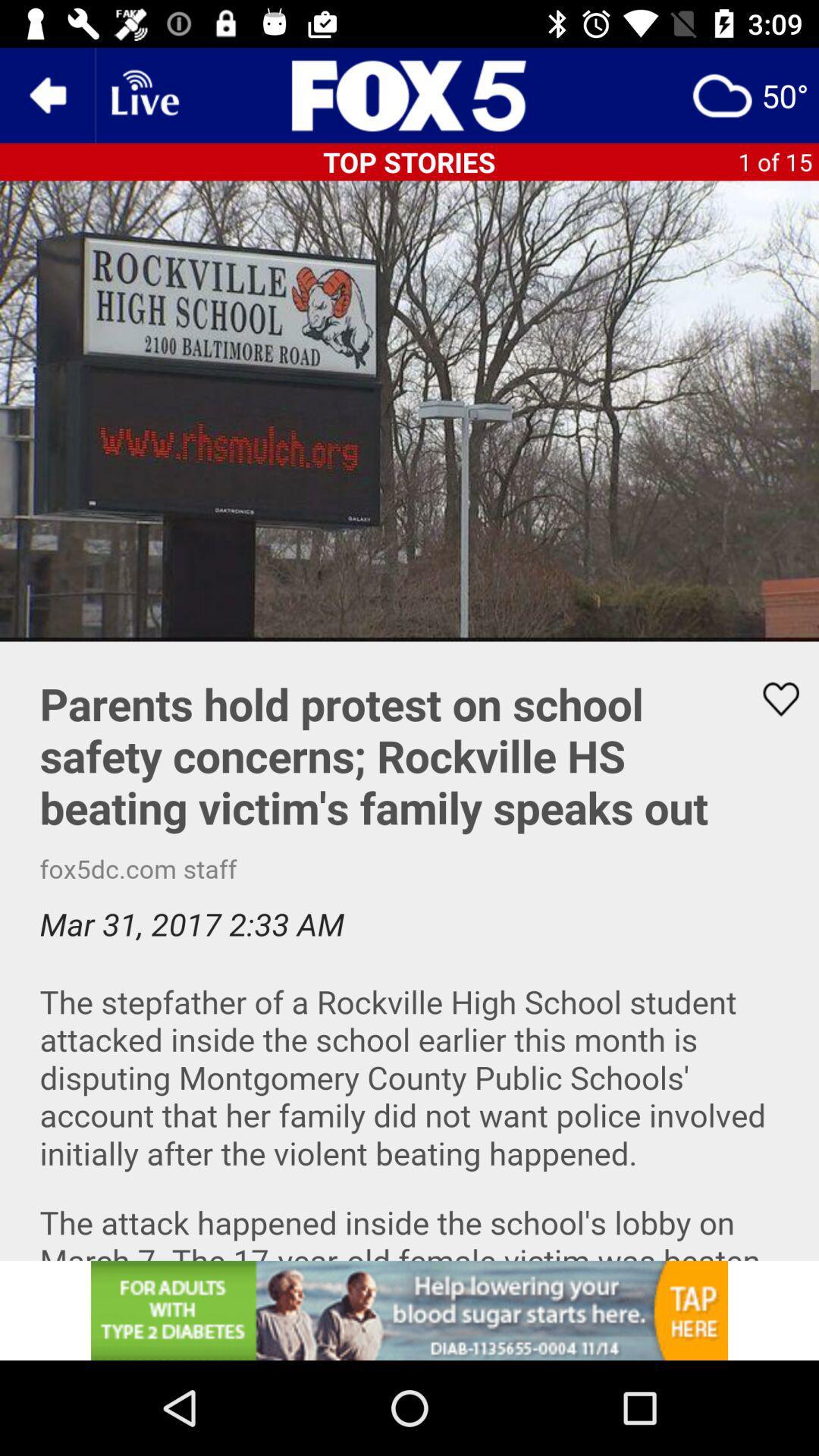 The width and height of the screenshot is (819, 1456). Describe the element at coordinates (409, 950) in the screenshot. I see `vedio detail read screen` at that location.